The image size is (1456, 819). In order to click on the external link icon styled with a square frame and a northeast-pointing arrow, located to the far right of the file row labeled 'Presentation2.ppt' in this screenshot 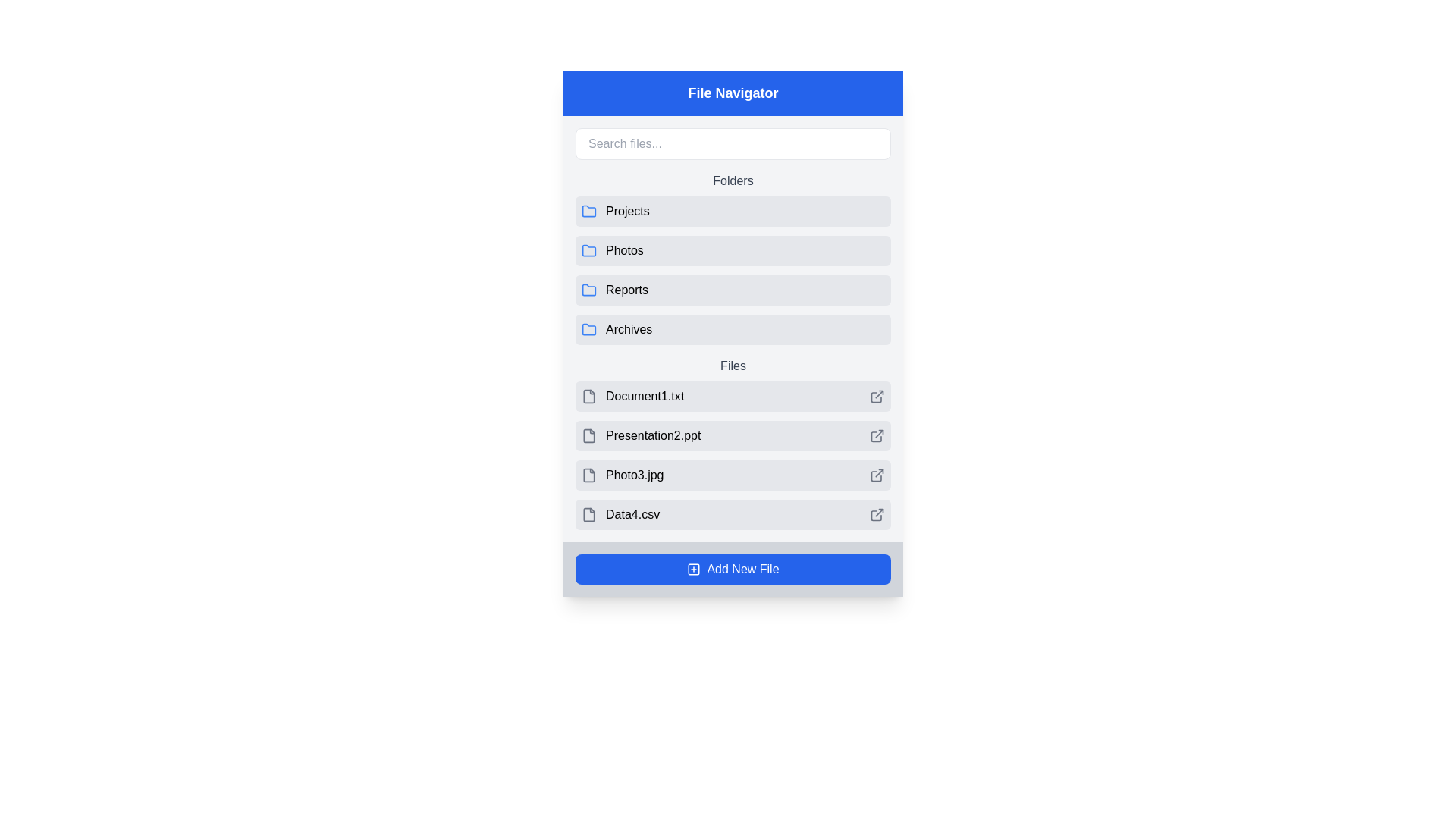, I will do `click(877, 435)`.